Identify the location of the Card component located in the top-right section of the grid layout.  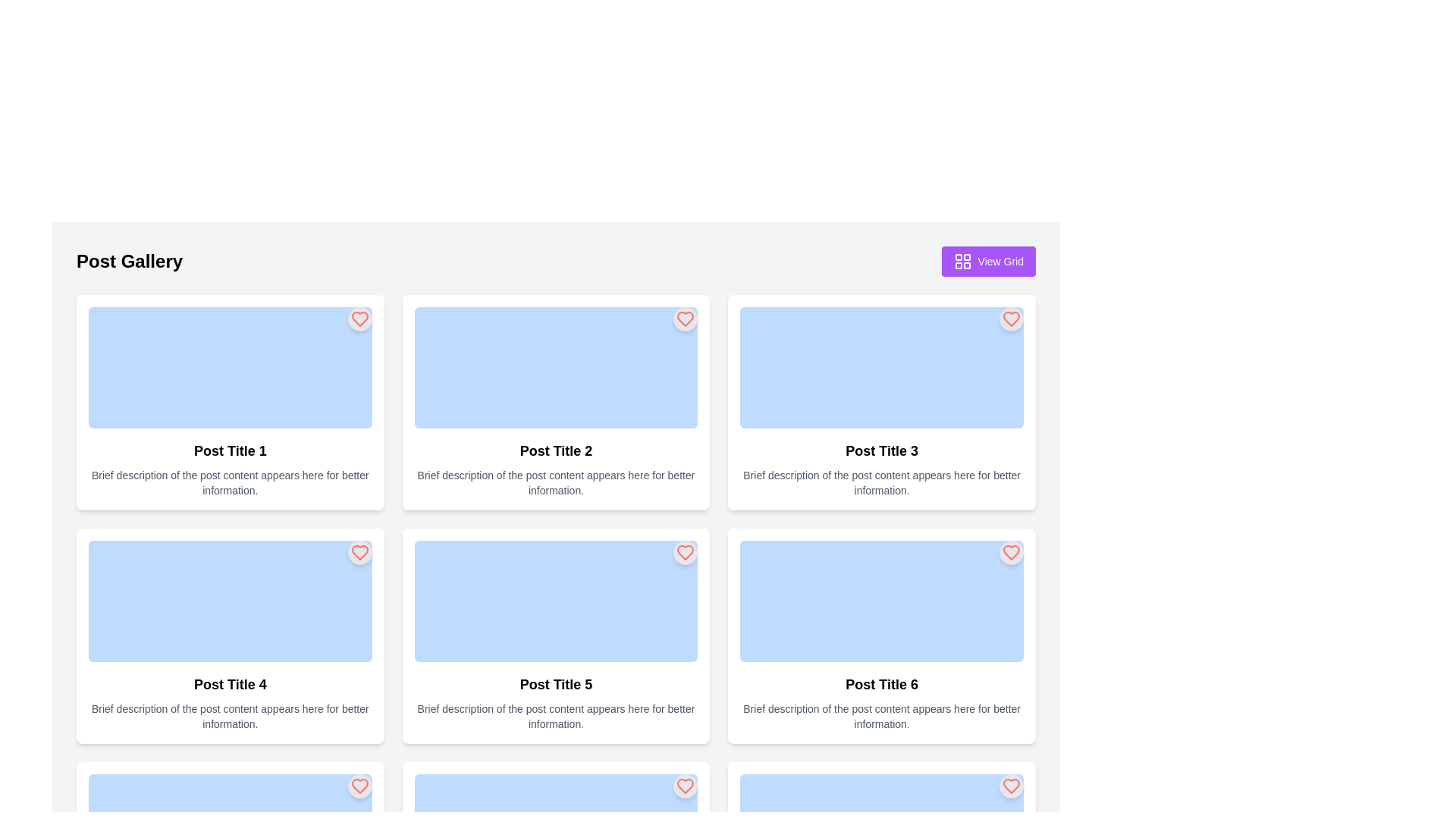
(882, 402).